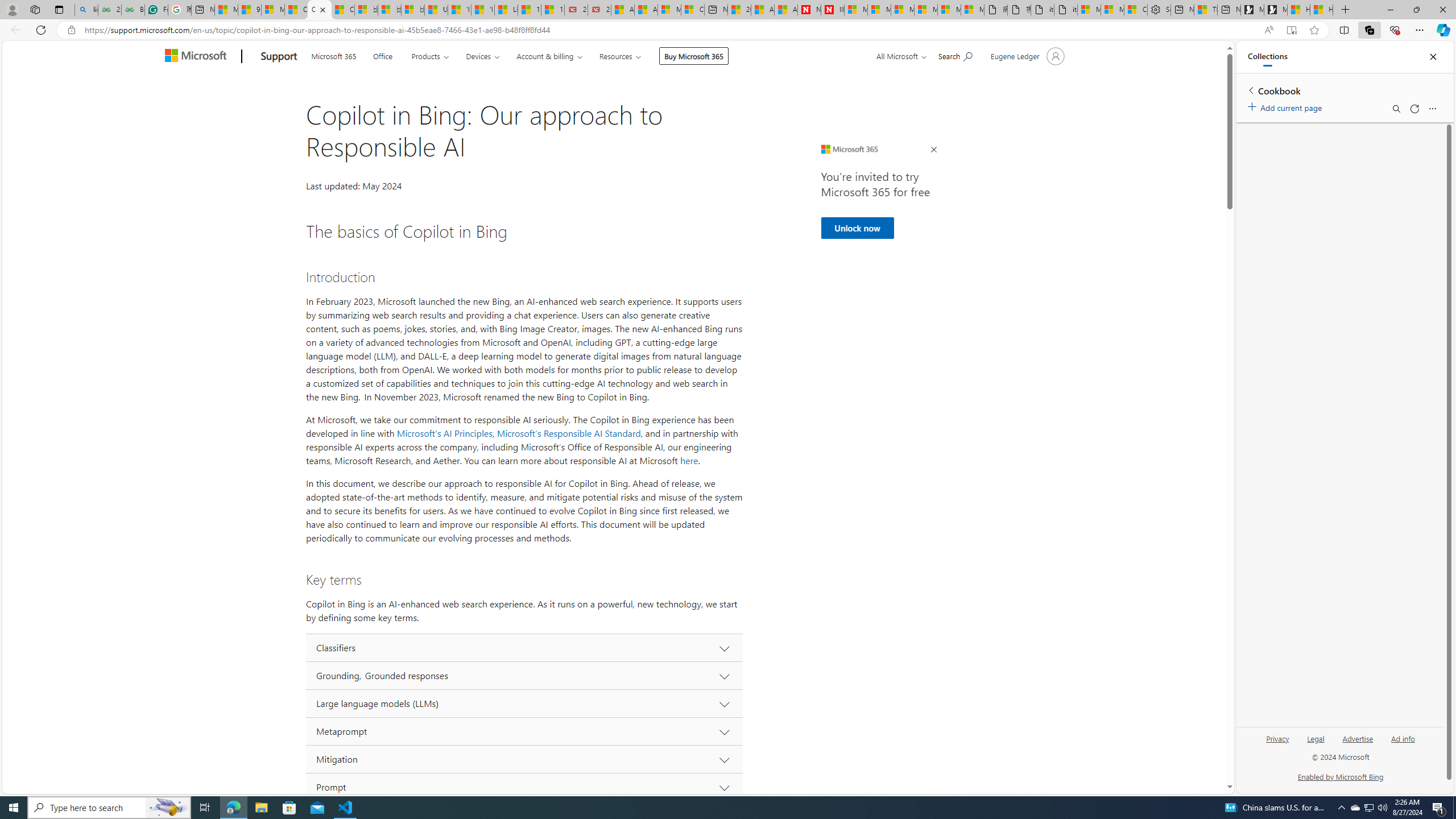 The image size is (1456, 819). Describe the element at coordinates (109, 9) in the screenshot. I see `'25 Basic Linux Commands For Beginners - GeeksforGeeks'` at that location.